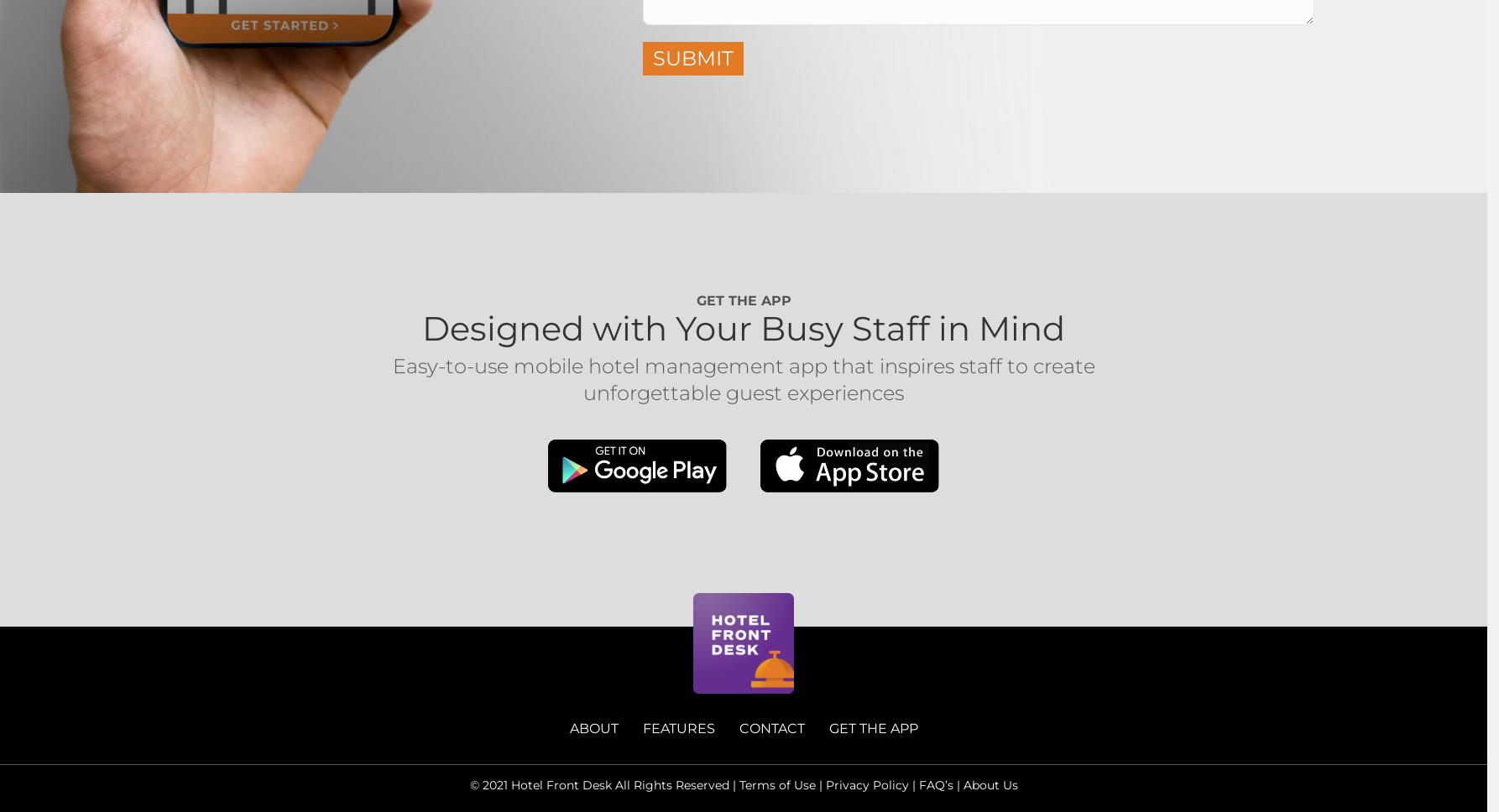 The width and height of the screenshot is (1499, 812). Describe the element at coordinates (676, 727) in the screenshot. I see `'FEATURES'` at that location.